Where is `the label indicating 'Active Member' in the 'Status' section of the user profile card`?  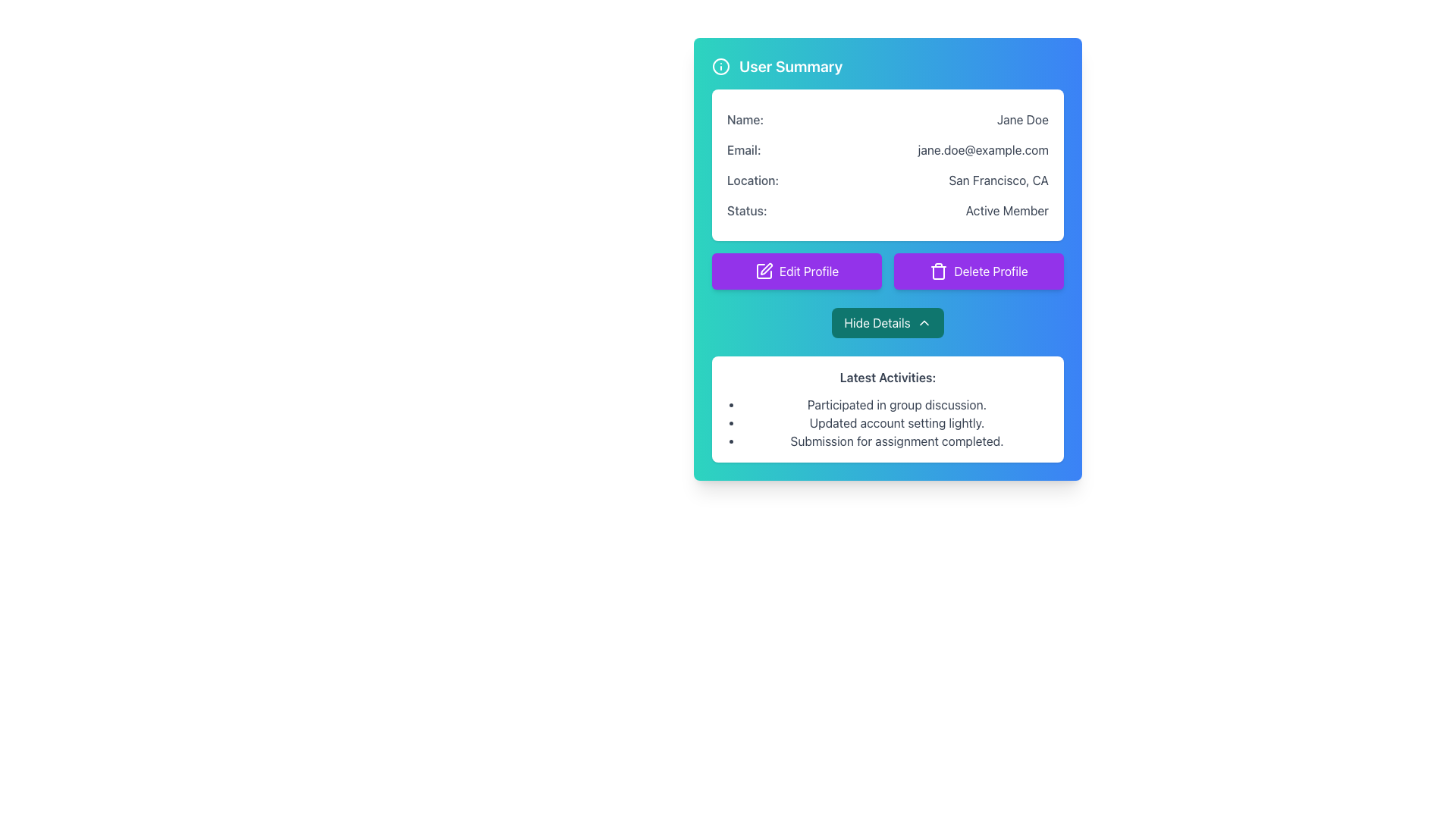 the label indicating 'Active Member' in the 'Status' section of the user profile card is located at coordinates (747, 210).